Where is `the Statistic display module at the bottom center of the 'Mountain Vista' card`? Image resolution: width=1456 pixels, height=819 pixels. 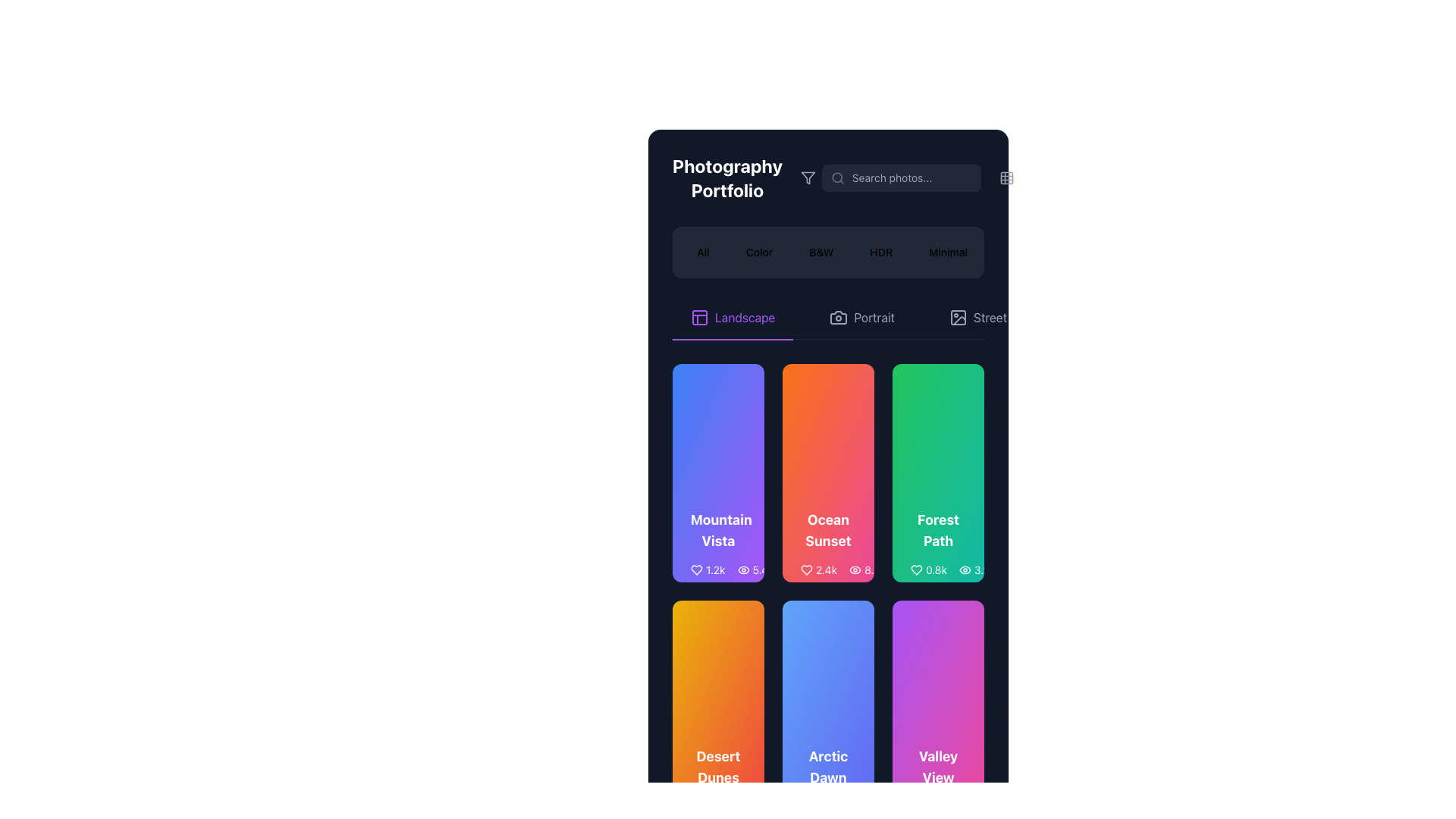 the Statistic display module at the bottom center of the 'Mountain Vista' card is located at coordinates (732, 570).